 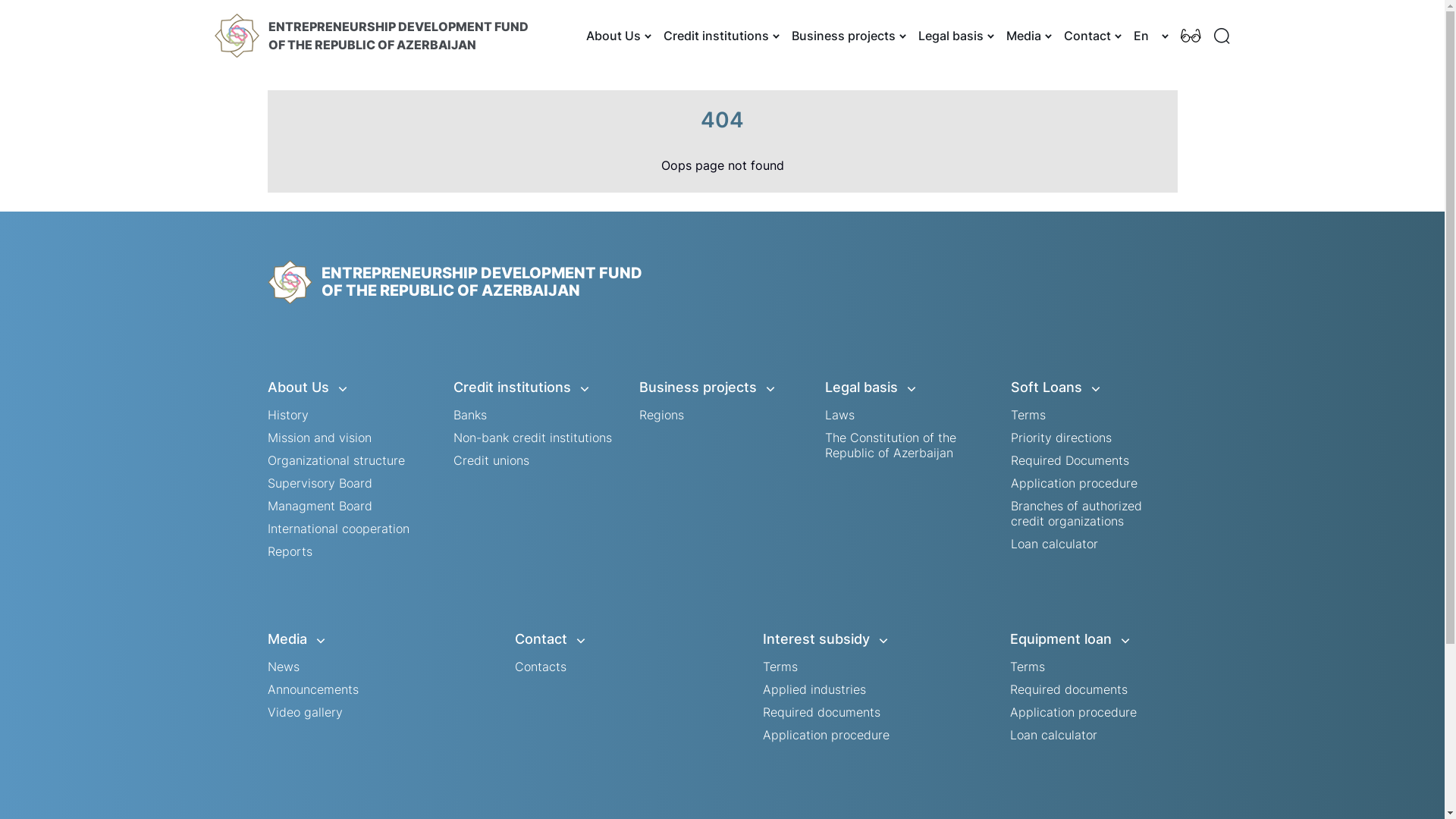 What do you see at coordinates (1090, 34) in the screenshot?
I see `'Contact'` at bounding box center [1090, 34].